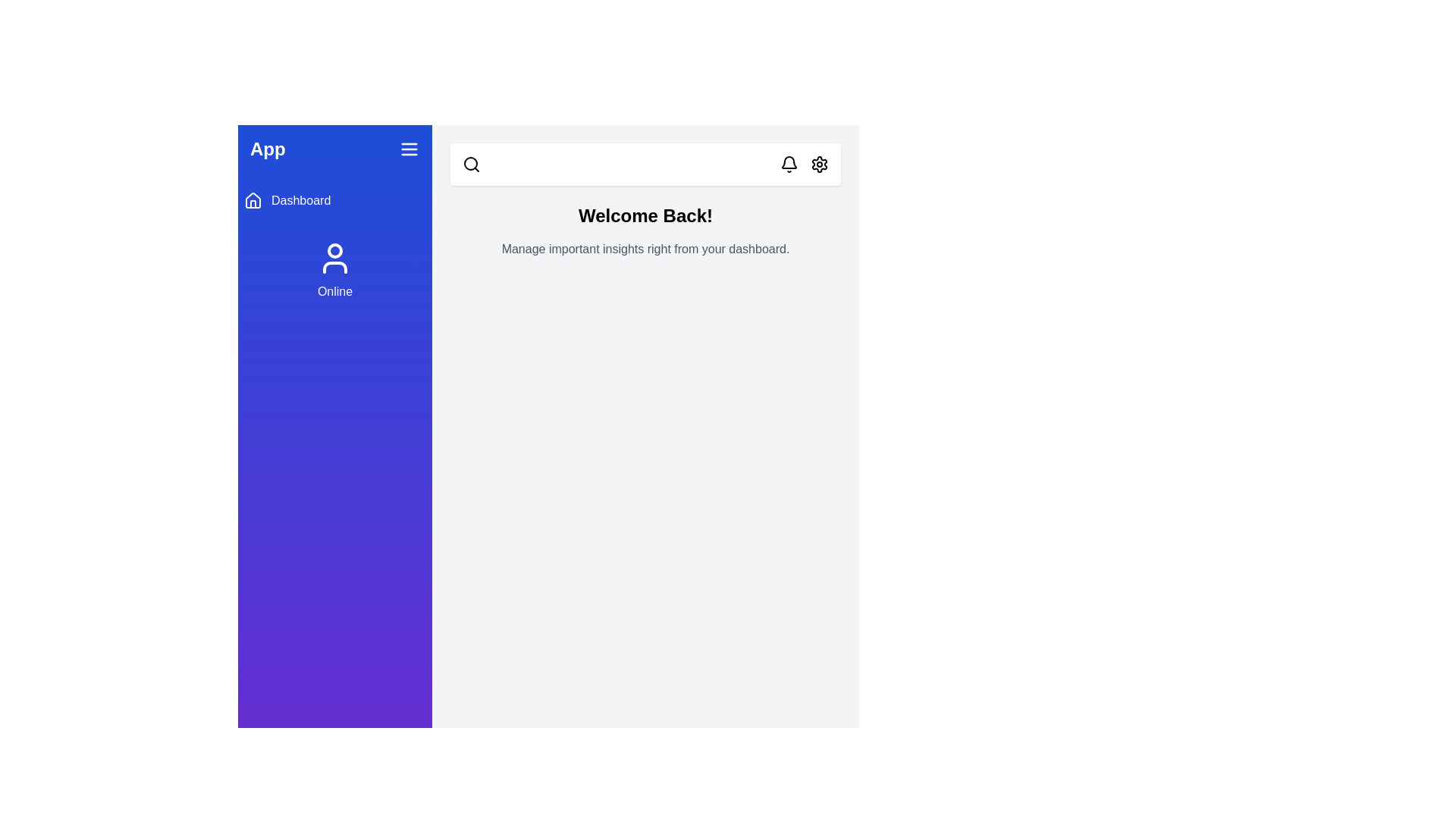  What do you see at coordinates (334, 270) in the screenshot?
I see `the user status section in the sidebar` at bounding box center [334, 270].